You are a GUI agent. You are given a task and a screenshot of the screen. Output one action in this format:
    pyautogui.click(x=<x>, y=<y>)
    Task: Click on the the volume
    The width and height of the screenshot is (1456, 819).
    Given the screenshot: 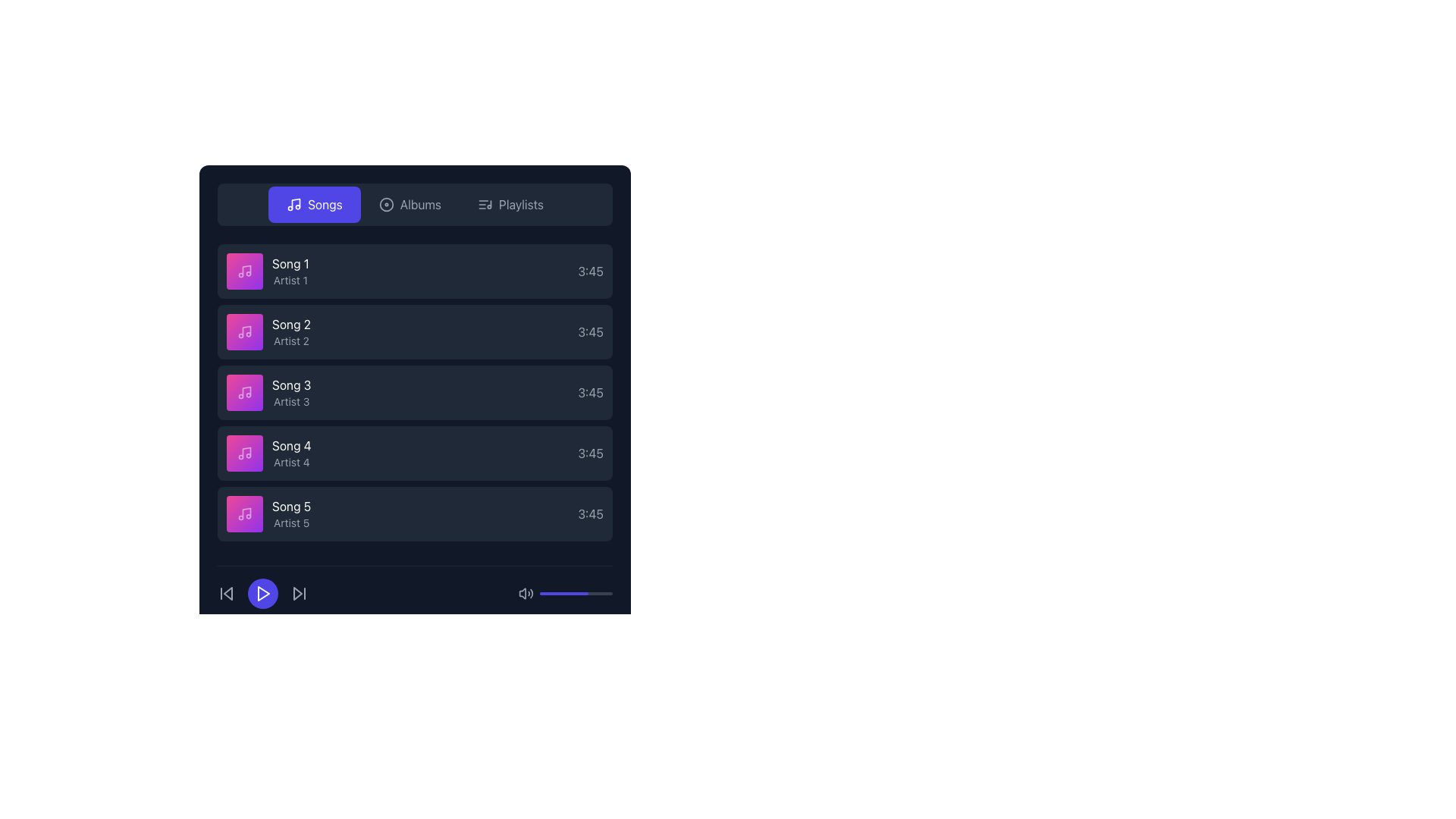 What is the action you would take?
    pyautogui.click(x=560, y=593)
    